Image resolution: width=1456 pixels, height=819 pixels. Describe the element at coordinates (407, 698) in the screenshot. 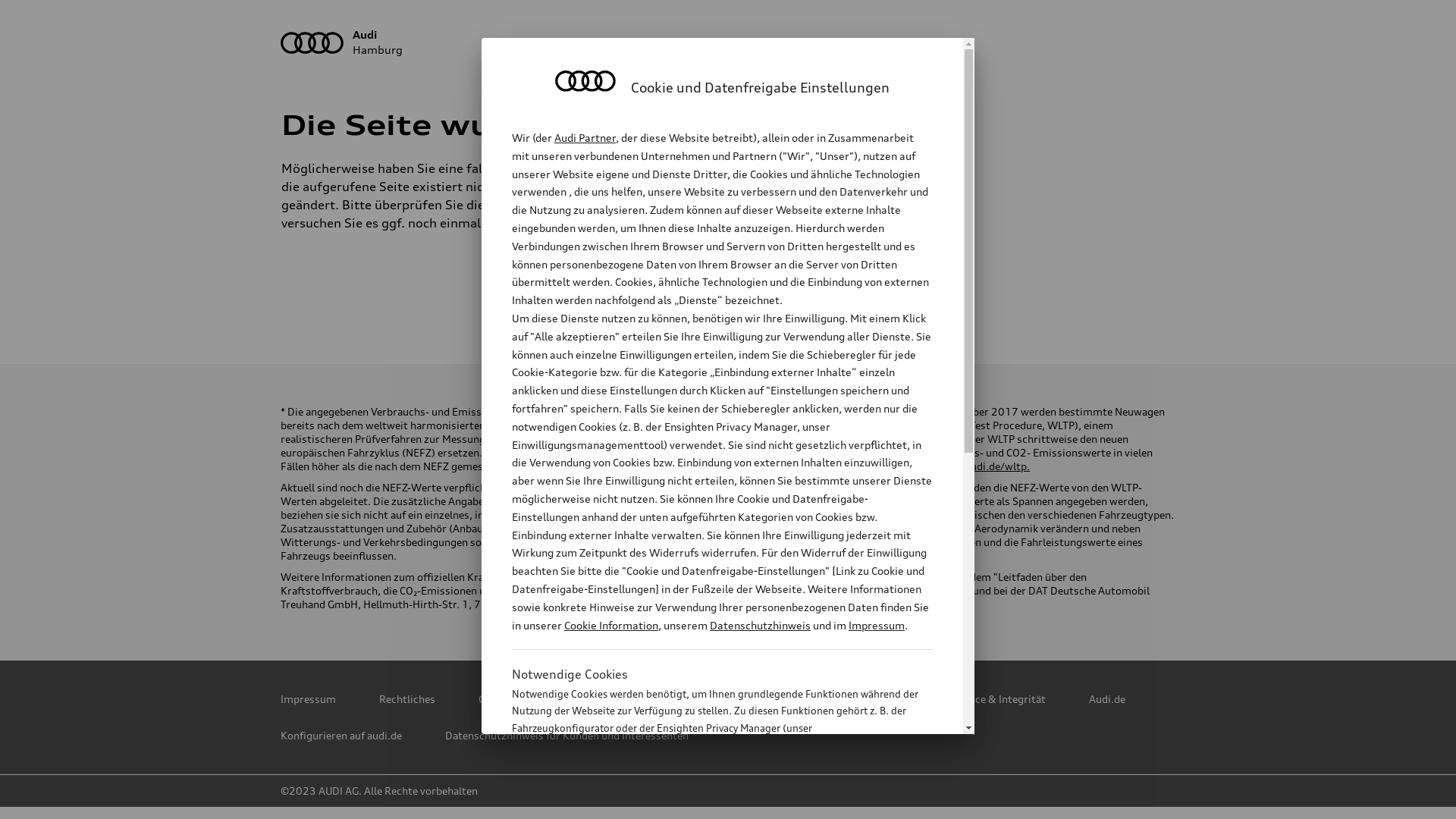

I see `'Rechtliches'` at that location.